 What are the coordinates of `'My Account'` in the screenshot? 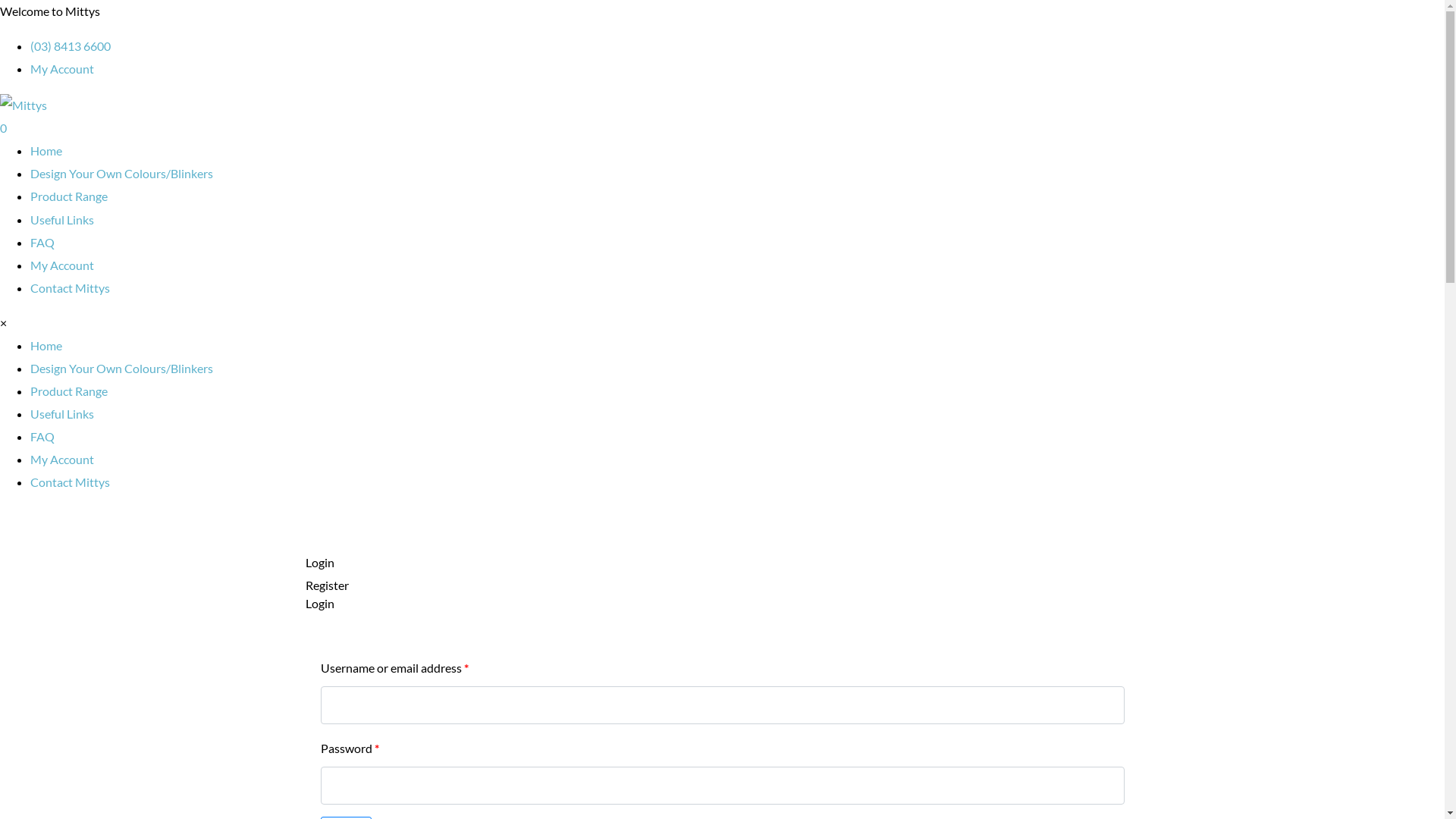 It's located at (61, 458).